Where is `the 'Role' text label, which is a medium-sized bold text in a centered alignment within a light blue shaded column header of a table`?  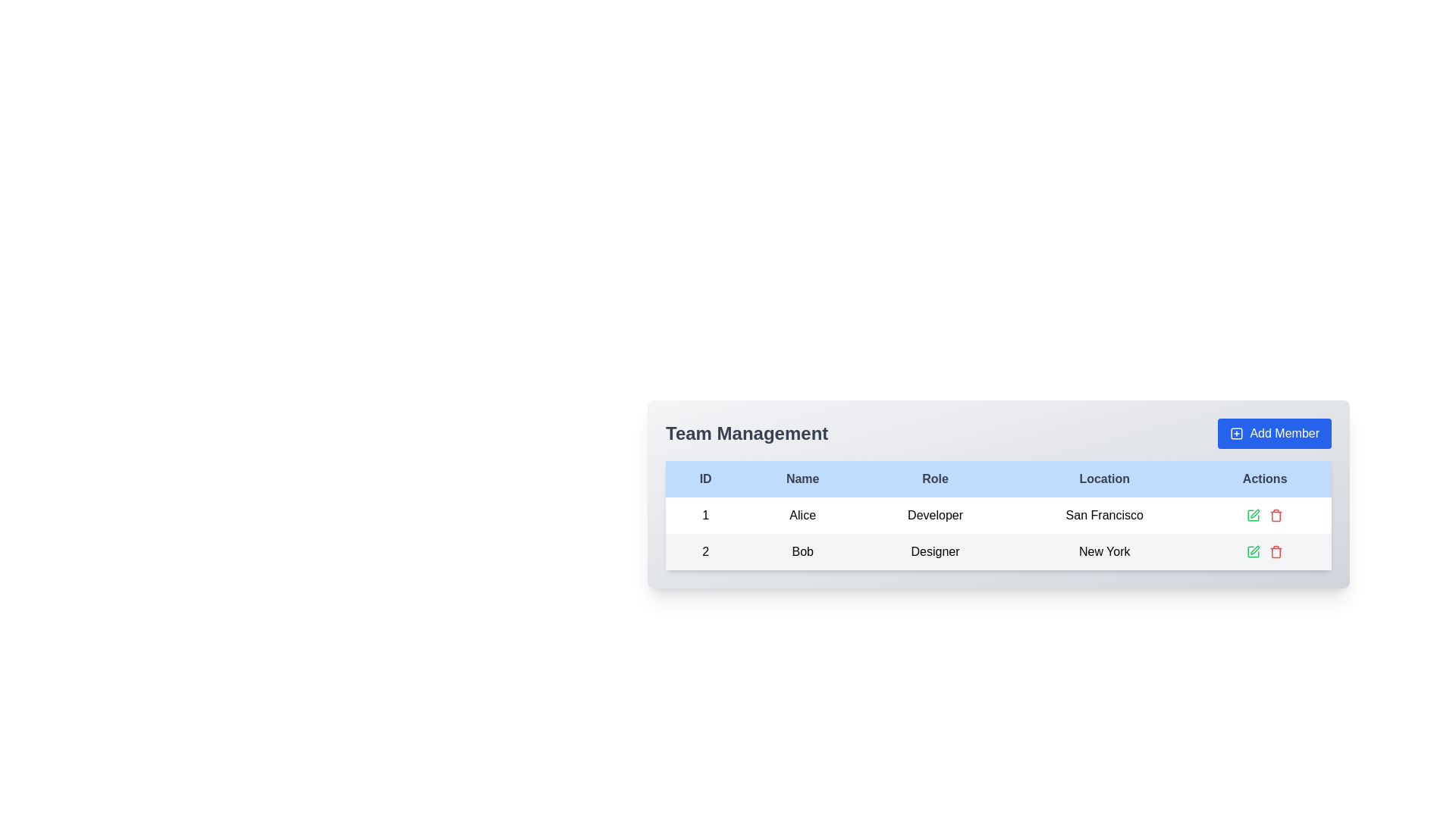 the 'Role' text label, which is a medium-sized bold text in a centered alignment within a light blue shaded column header of a table is located at coordinates (934, 479).